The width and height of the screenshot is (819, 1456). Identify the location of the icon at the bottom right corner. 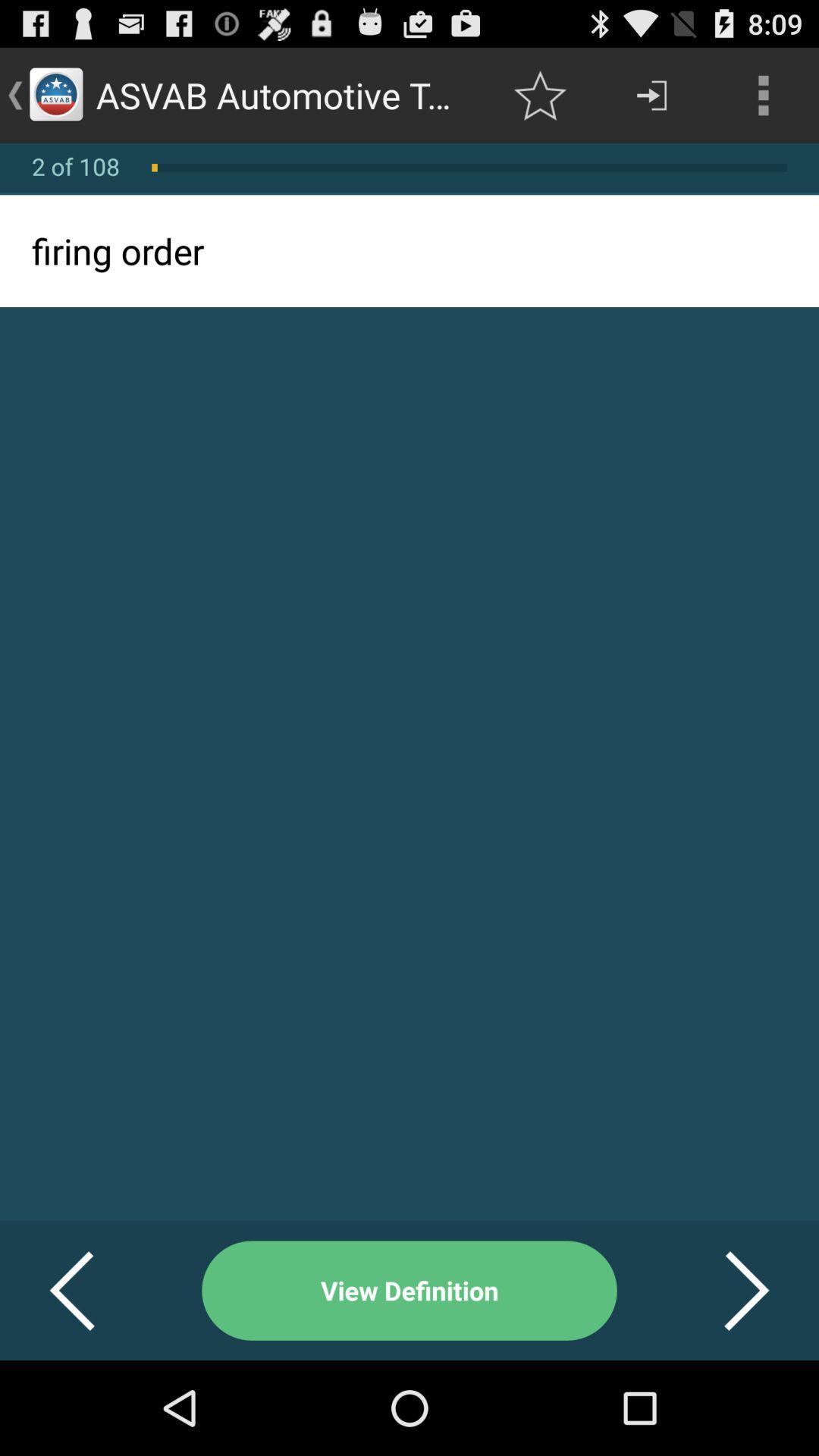
(727, 1290).